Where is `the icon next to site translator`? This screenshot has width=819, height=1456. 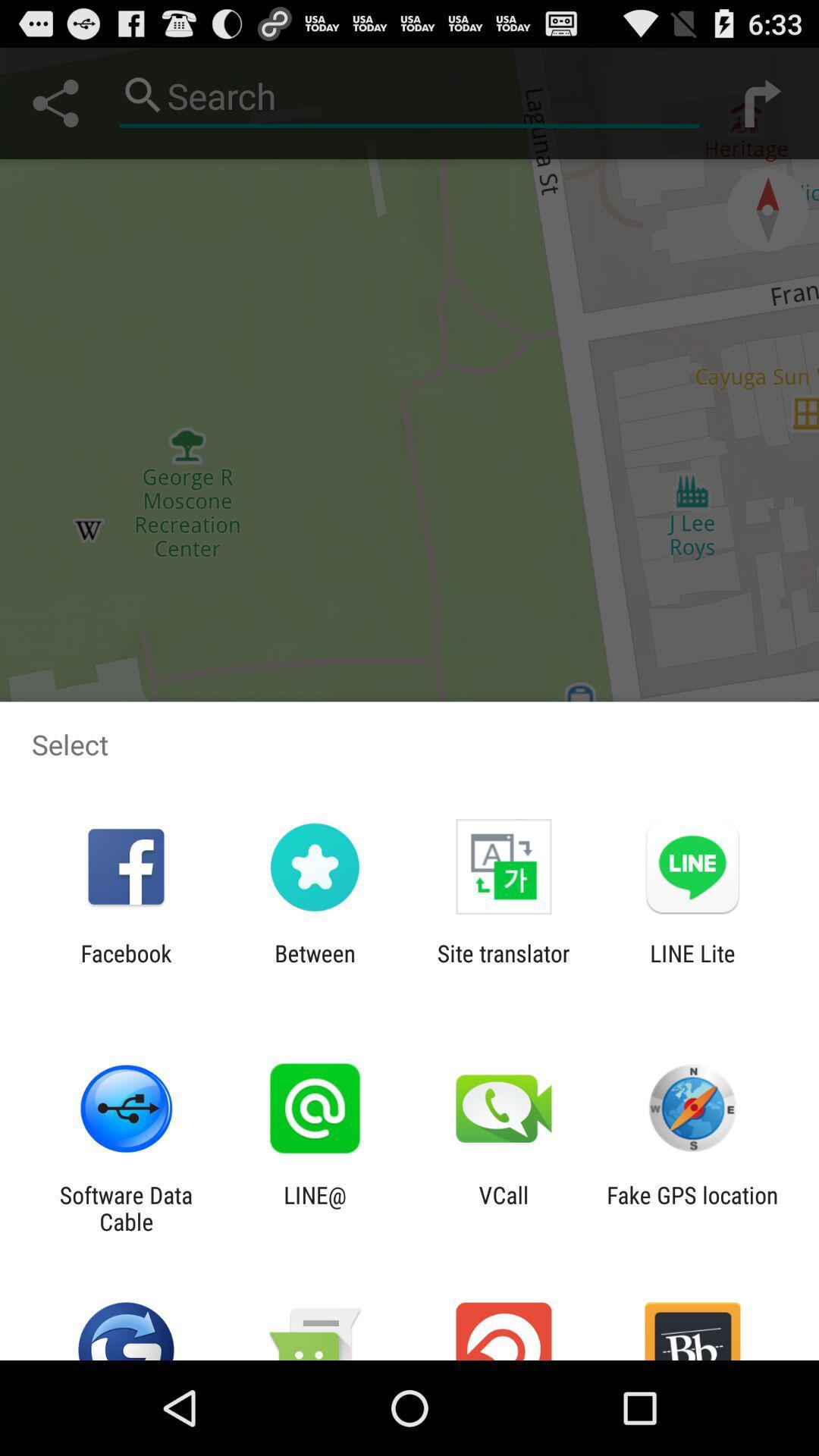
the icon next to site translator is located at coordinates (692, 966).